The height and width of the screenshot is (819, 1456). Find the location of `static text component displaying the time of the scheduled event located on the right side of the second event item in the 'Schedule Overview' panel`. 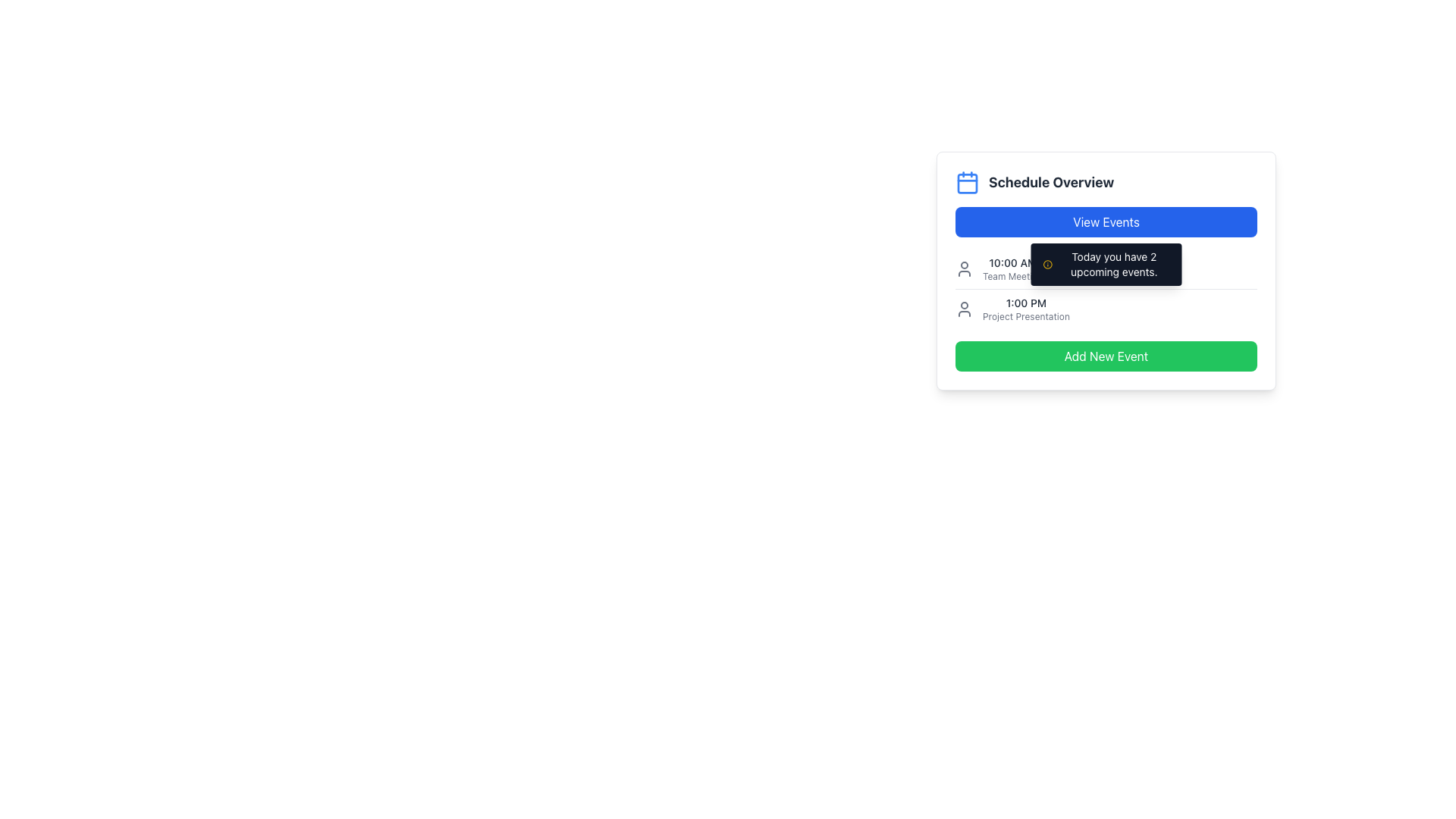

static text component displaying the time of the scheduled event located on the right side of the second event item in the 'Schedule Overview' panel is located at coordinates (1026, 303).